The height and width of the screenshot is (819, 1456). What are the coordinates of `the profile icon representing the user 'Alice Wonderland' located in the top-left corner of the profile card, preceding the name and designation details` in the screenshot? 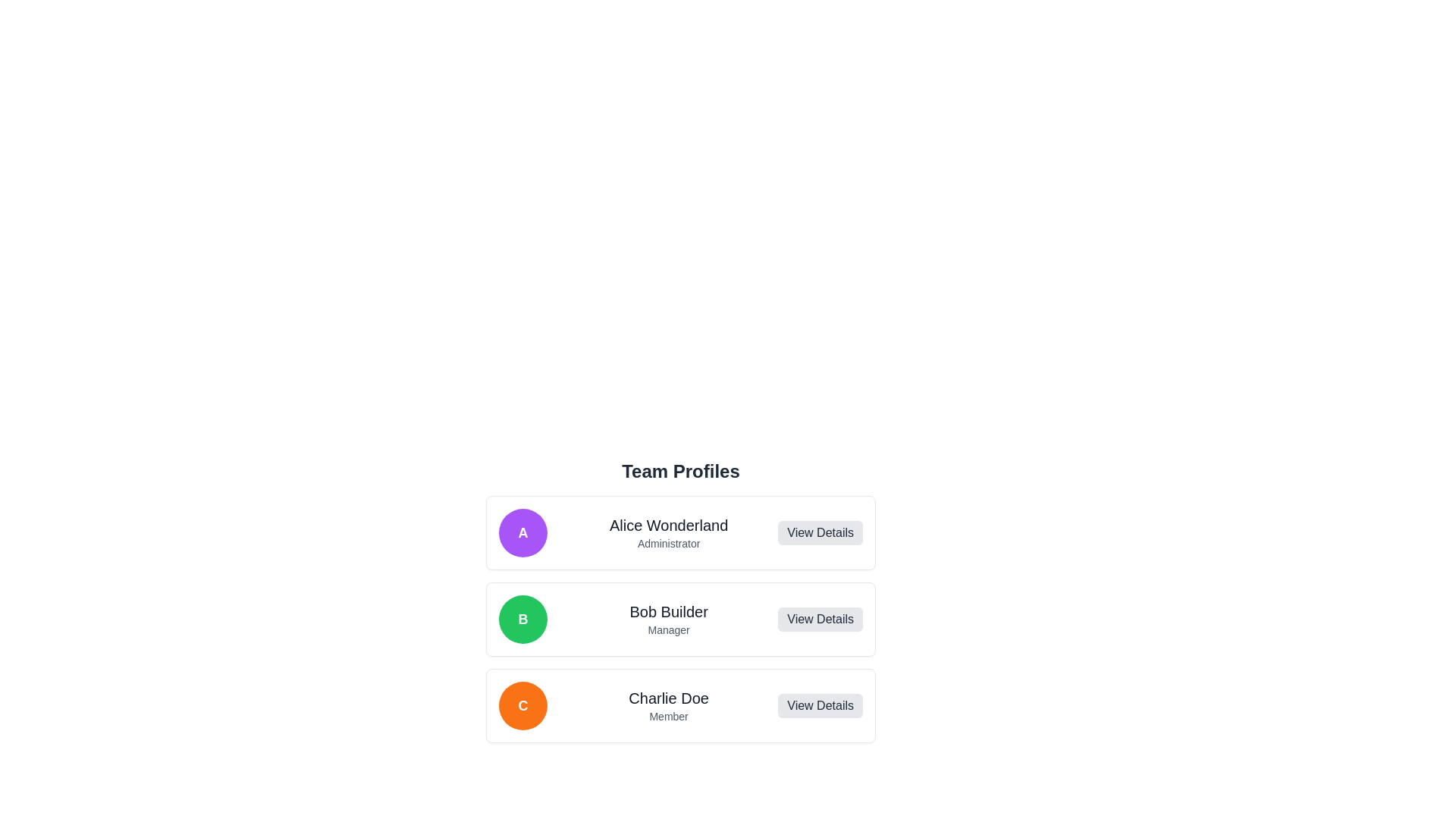 It's located at (523, 532).